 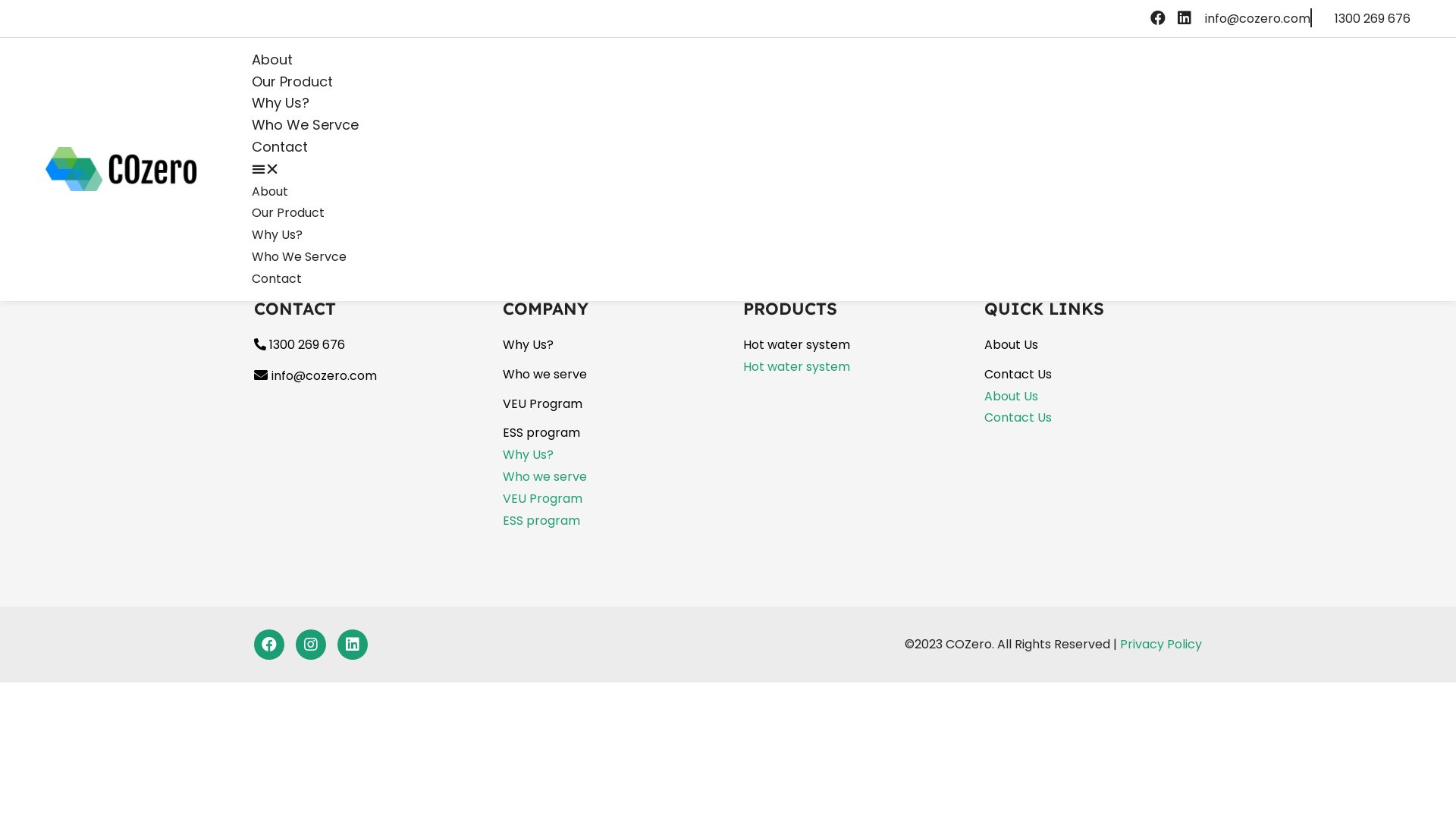 I want to click on 'ESS program', so click(x=541, y=519).